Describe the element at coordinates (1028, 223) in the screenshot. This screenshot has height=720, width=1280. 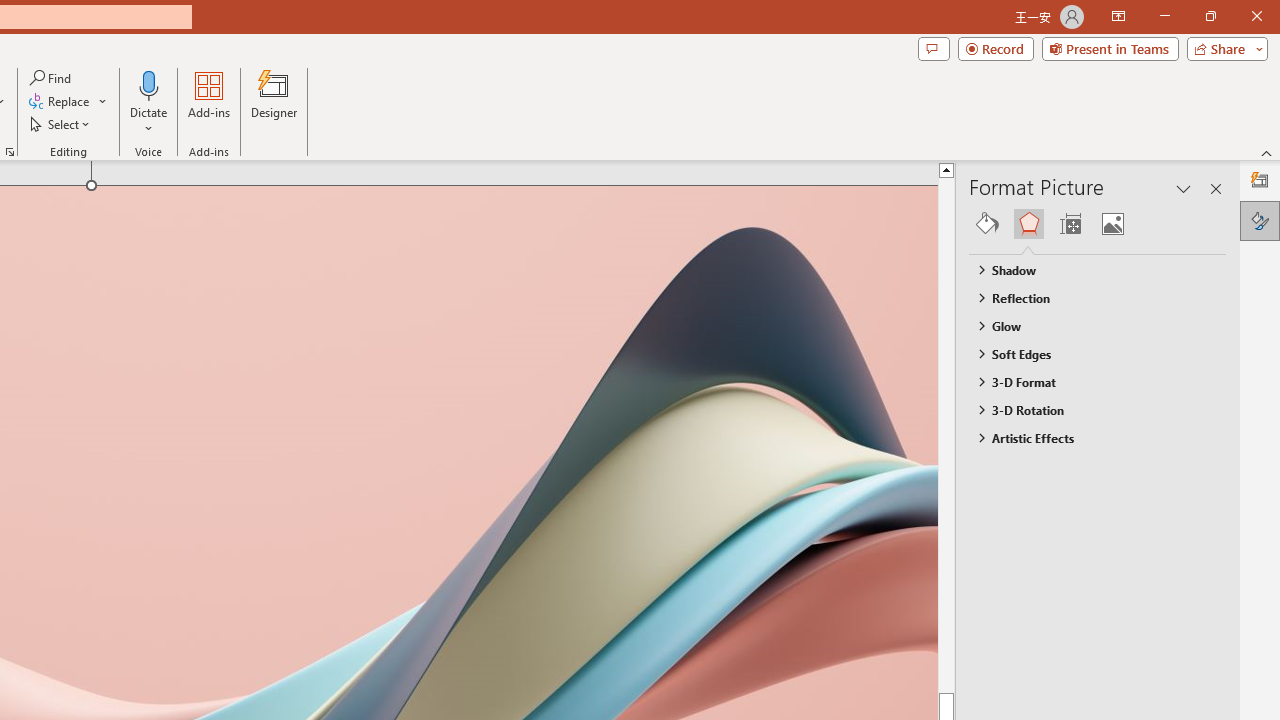
I see `'Effects'` at that location.